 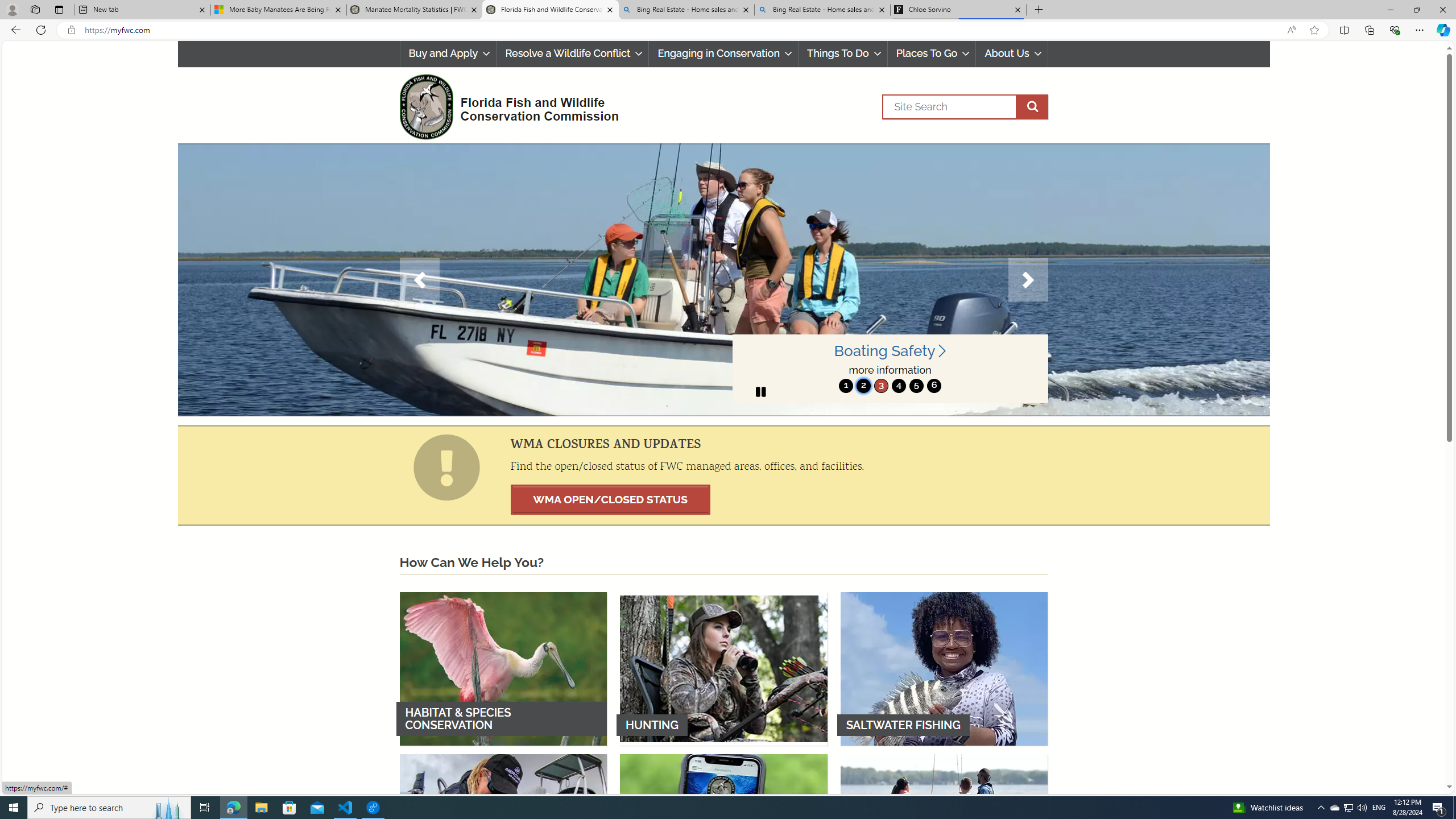 I want to click on '4', so click(x=897, y=385).